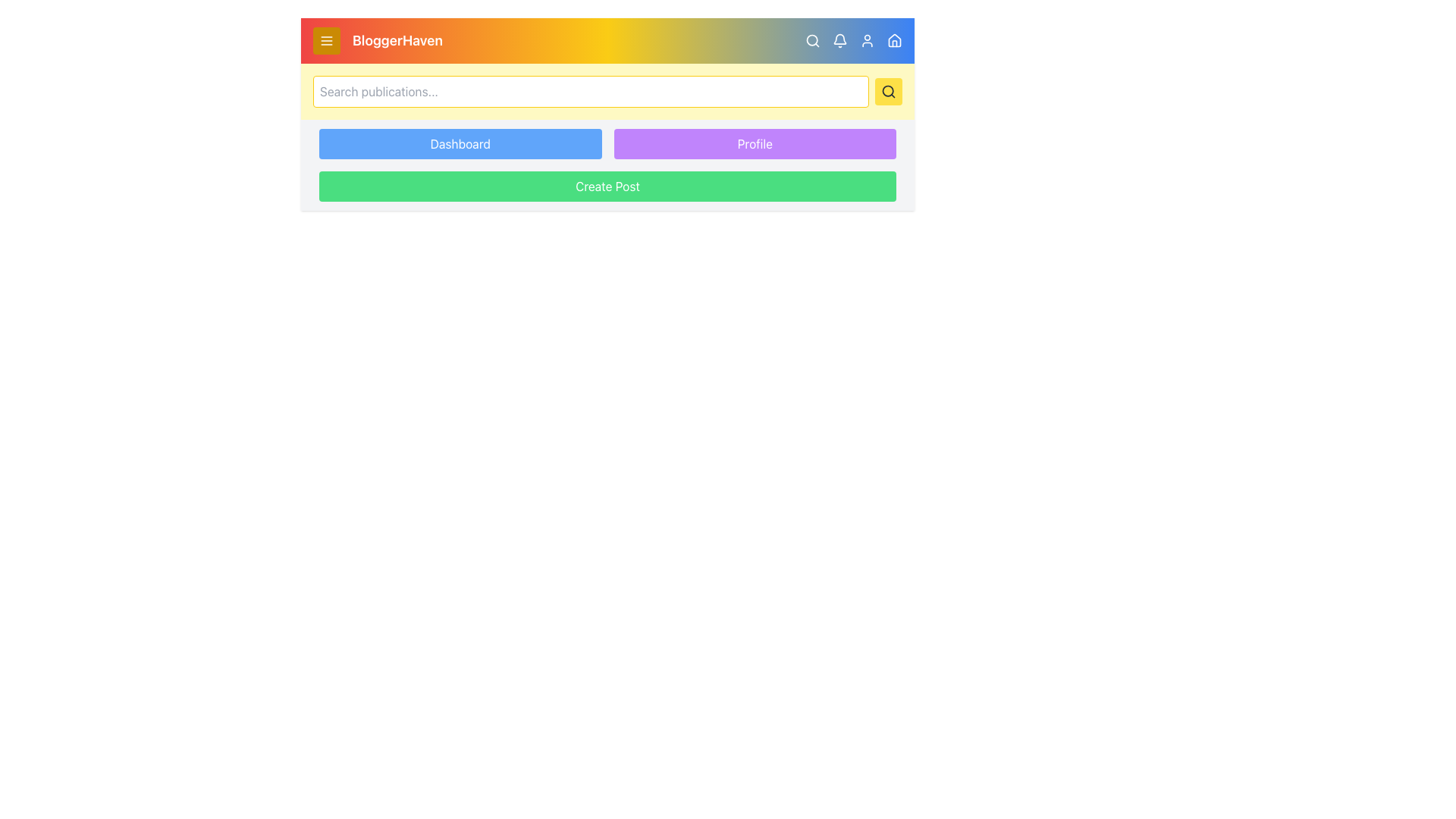 The image size is (1456, 819). Describe the element at coordinates (590, 91) in the screenshot. I see `the prominent search bar located centrally in the top section of the interface` at that location.